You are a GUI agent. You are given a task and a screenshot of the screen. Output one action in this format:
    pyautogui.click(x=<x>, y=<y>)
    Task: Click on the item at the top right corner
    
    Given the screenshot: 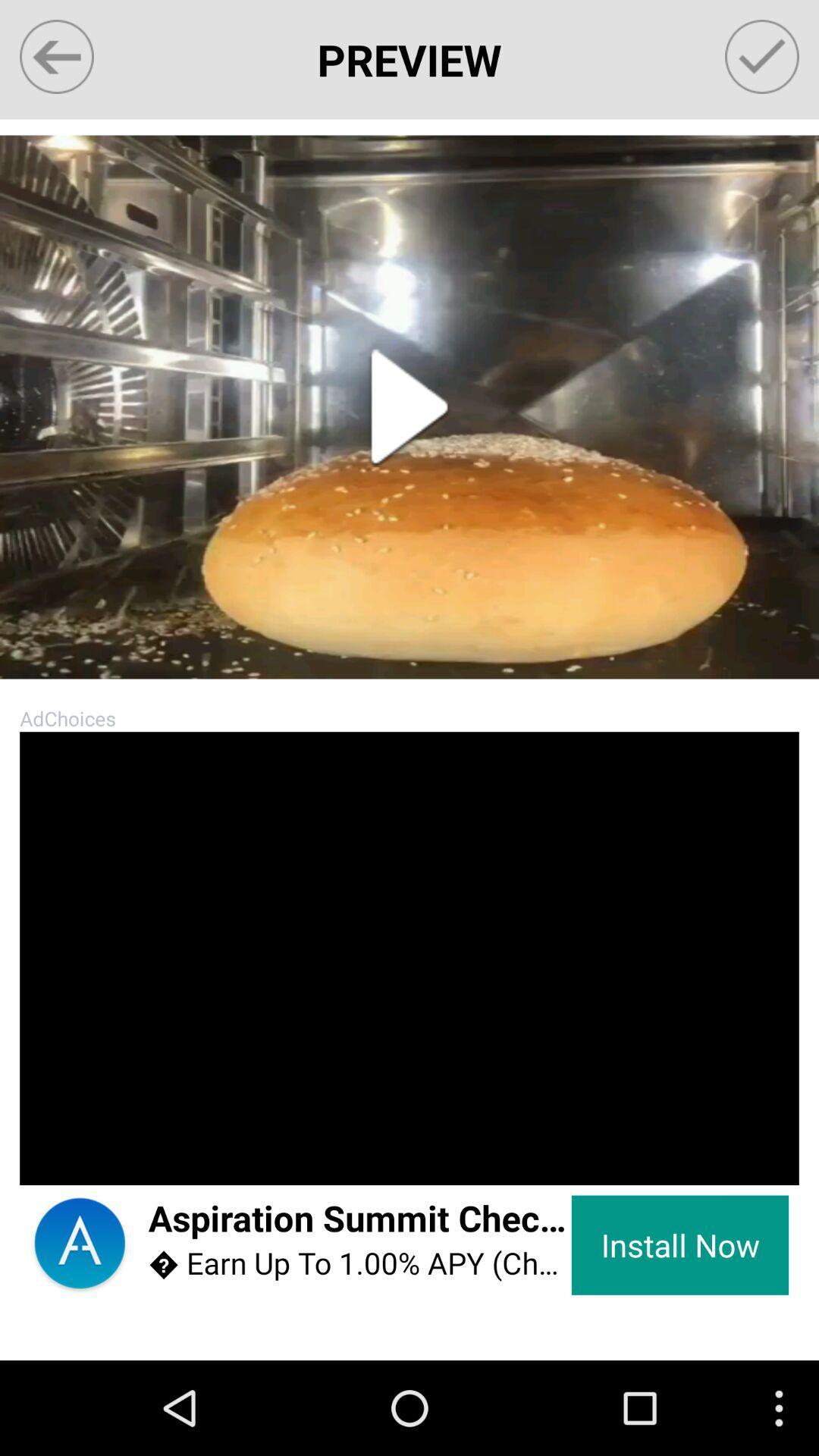 What is the action you would take?
    pyautogui.click(x=762, y=57)
    